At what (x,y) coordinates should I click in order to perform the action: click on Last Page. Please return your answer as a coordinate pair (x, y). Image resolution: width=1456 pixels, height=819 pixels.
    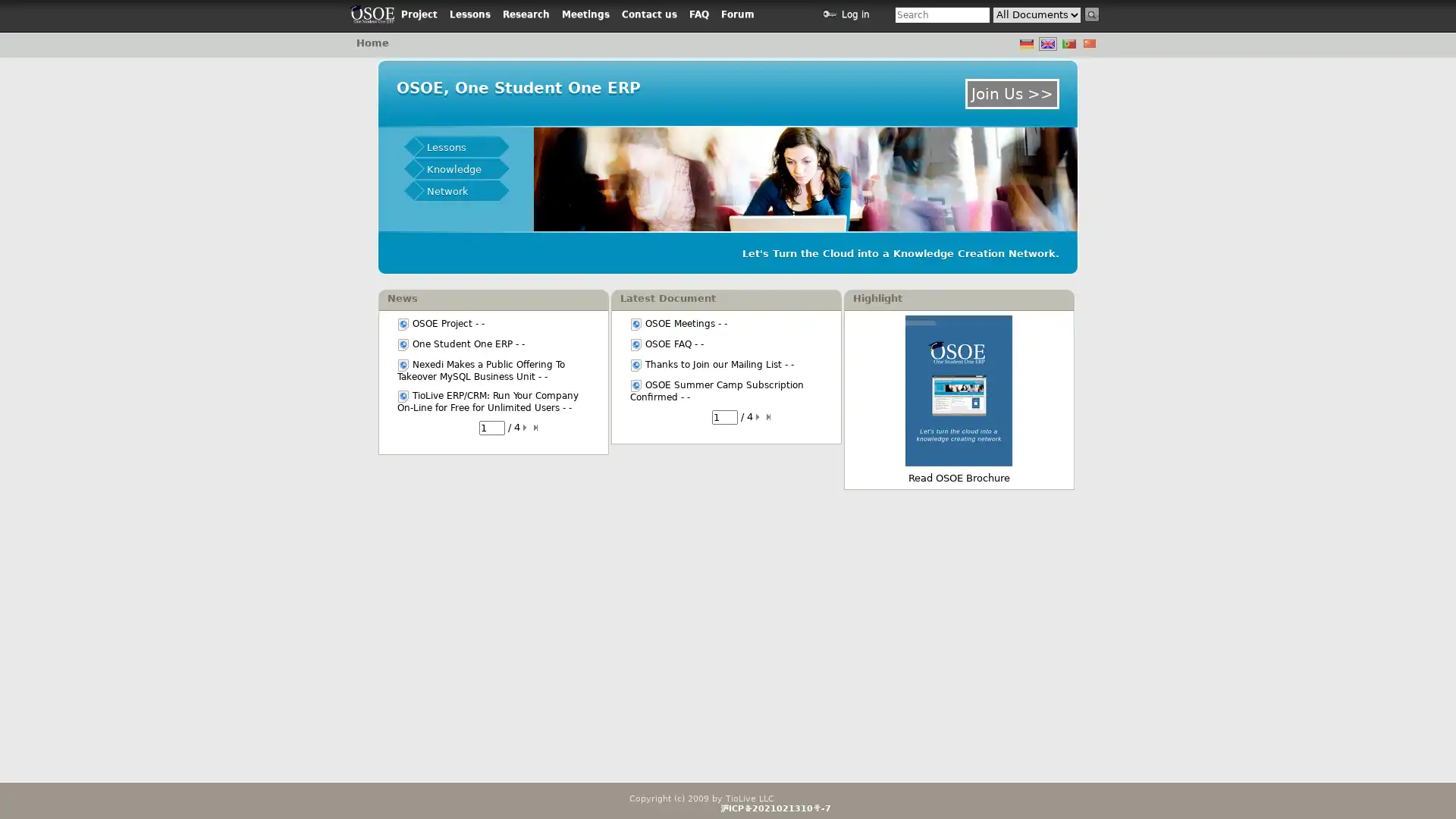
    Looking at the image, I should click on (769, 417).